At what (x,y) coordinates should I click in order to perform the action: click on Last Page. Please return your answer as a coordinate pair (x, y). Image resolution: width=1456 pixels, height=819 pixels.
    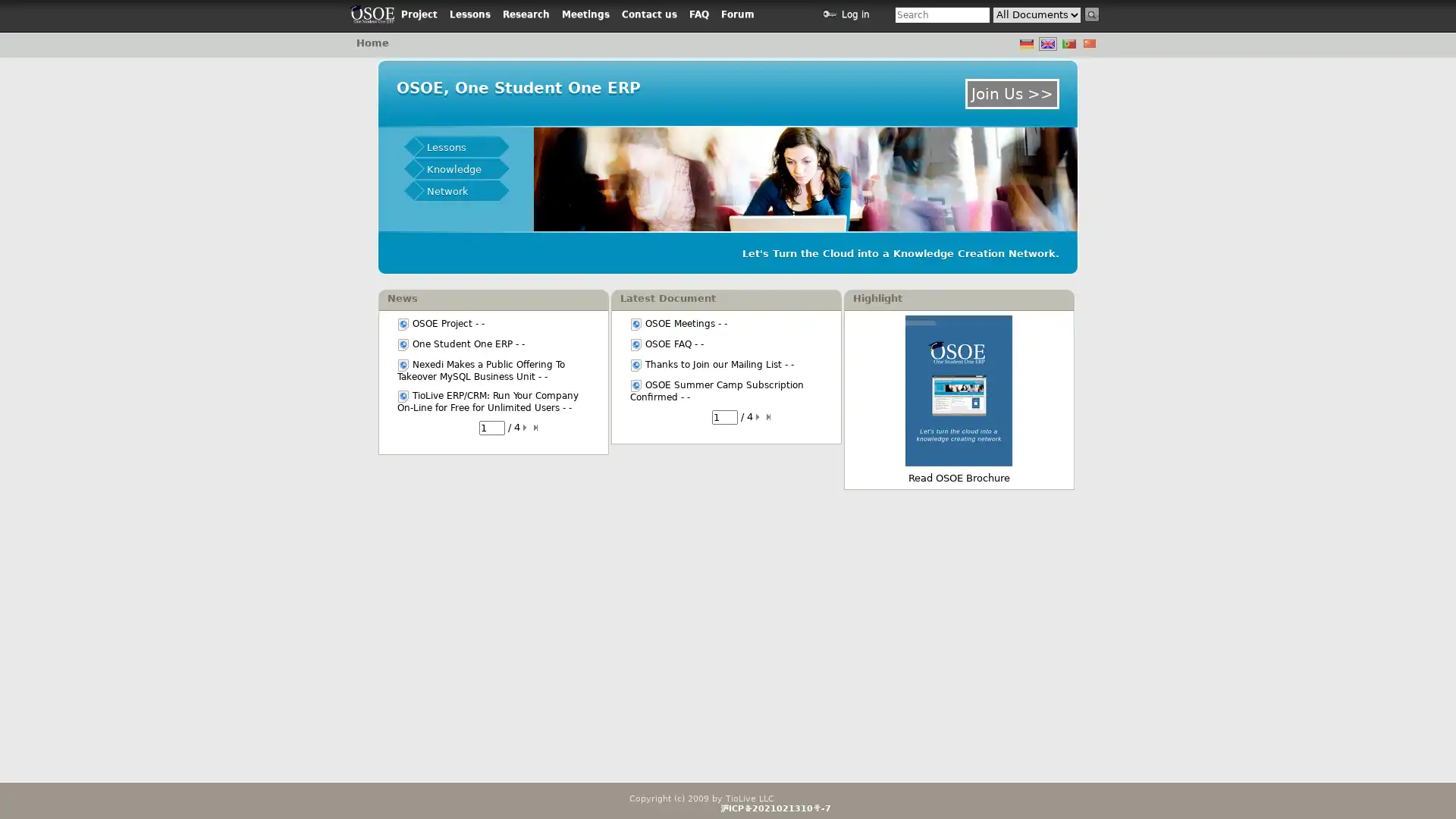
    Looking at the image, I should click on (769, 417).